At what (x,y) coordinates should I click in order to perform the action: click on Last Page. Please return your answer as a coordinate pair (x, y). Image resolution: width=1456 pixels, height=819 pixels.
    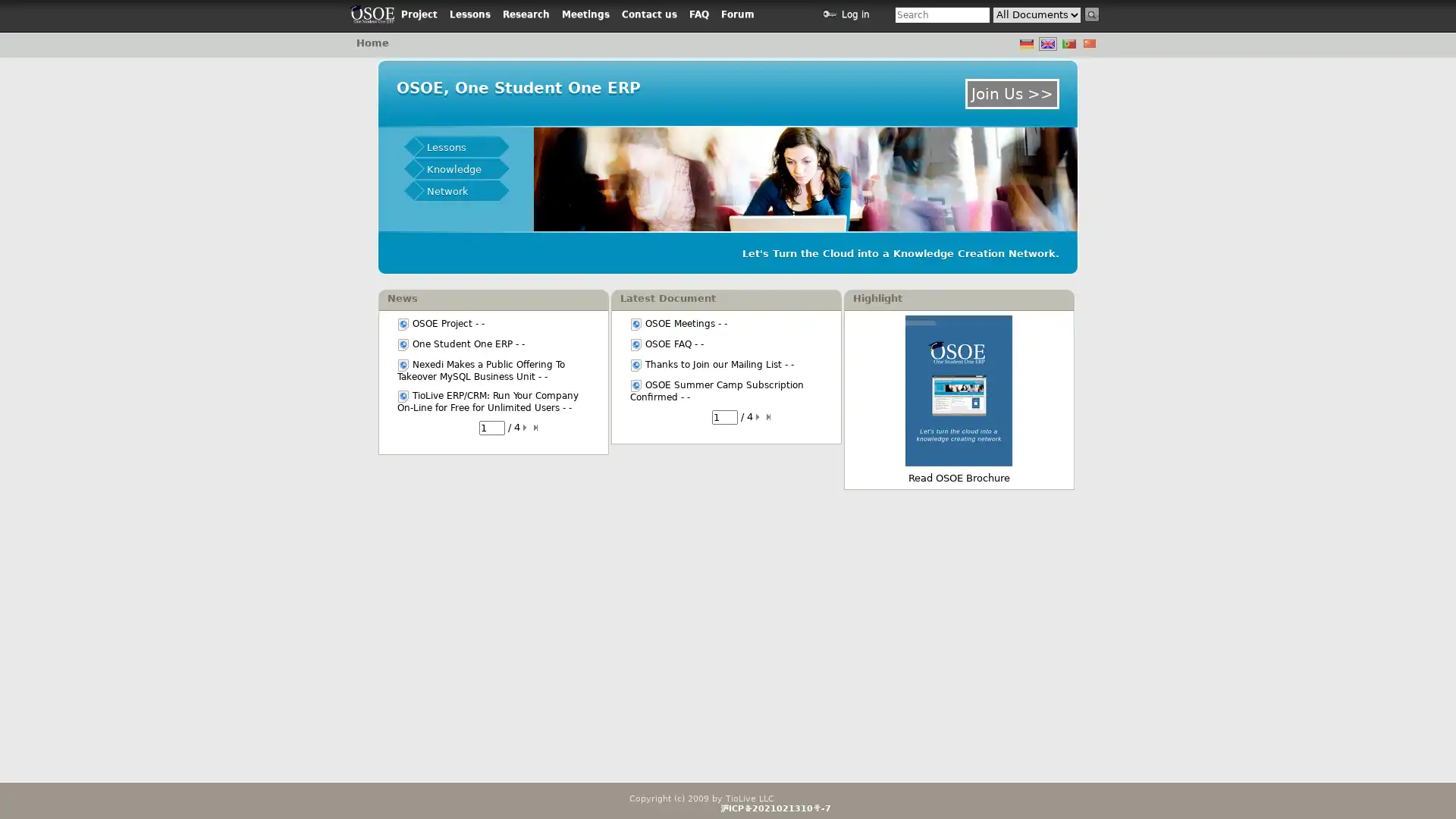
    Looking at the image, I should click on (769, 417).